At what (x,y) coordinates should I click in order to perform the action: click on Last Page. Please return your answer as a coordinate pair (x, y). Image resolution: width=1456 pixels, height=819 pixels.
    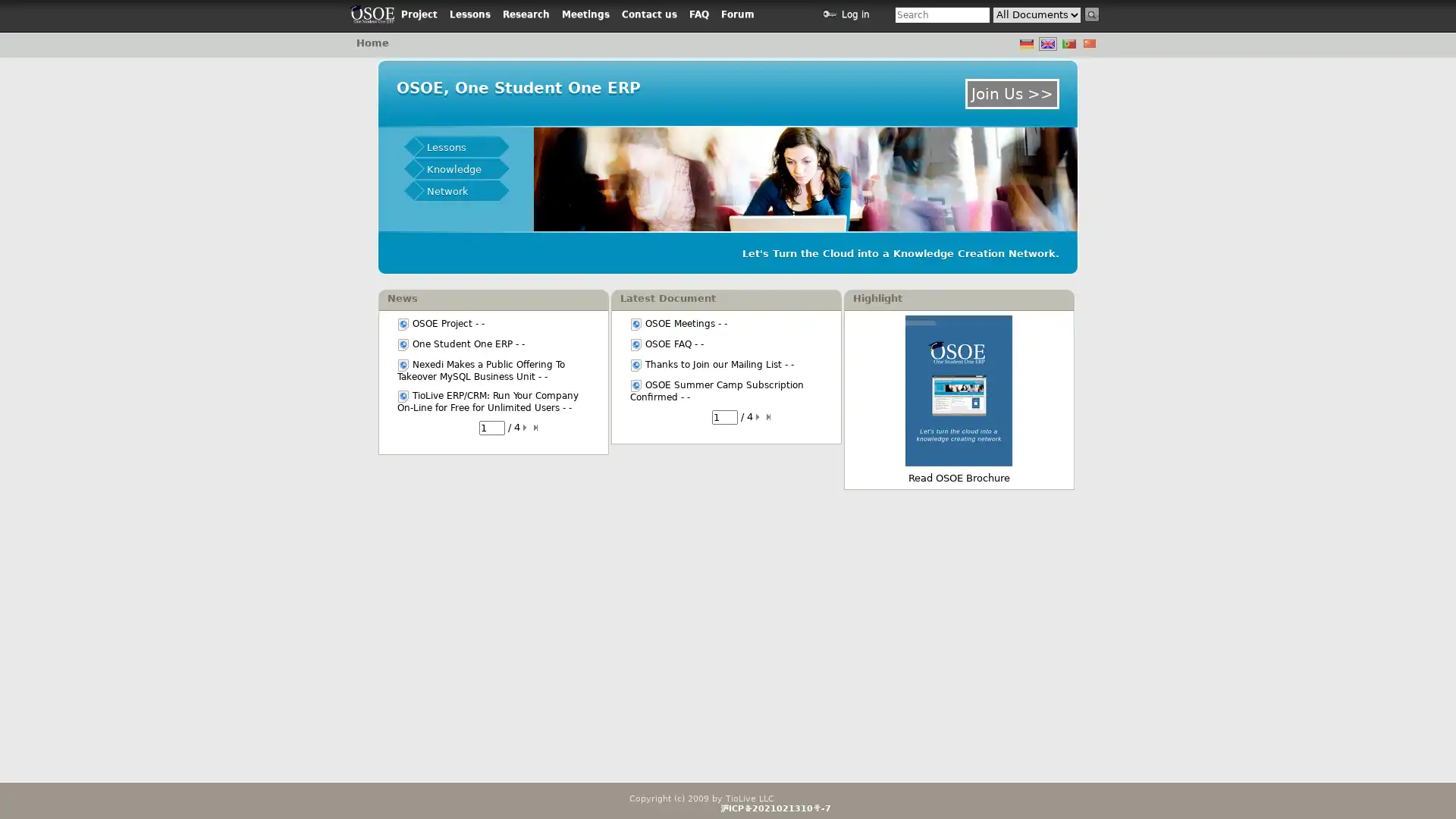
    Looking at the image, I should click on (769, 417).